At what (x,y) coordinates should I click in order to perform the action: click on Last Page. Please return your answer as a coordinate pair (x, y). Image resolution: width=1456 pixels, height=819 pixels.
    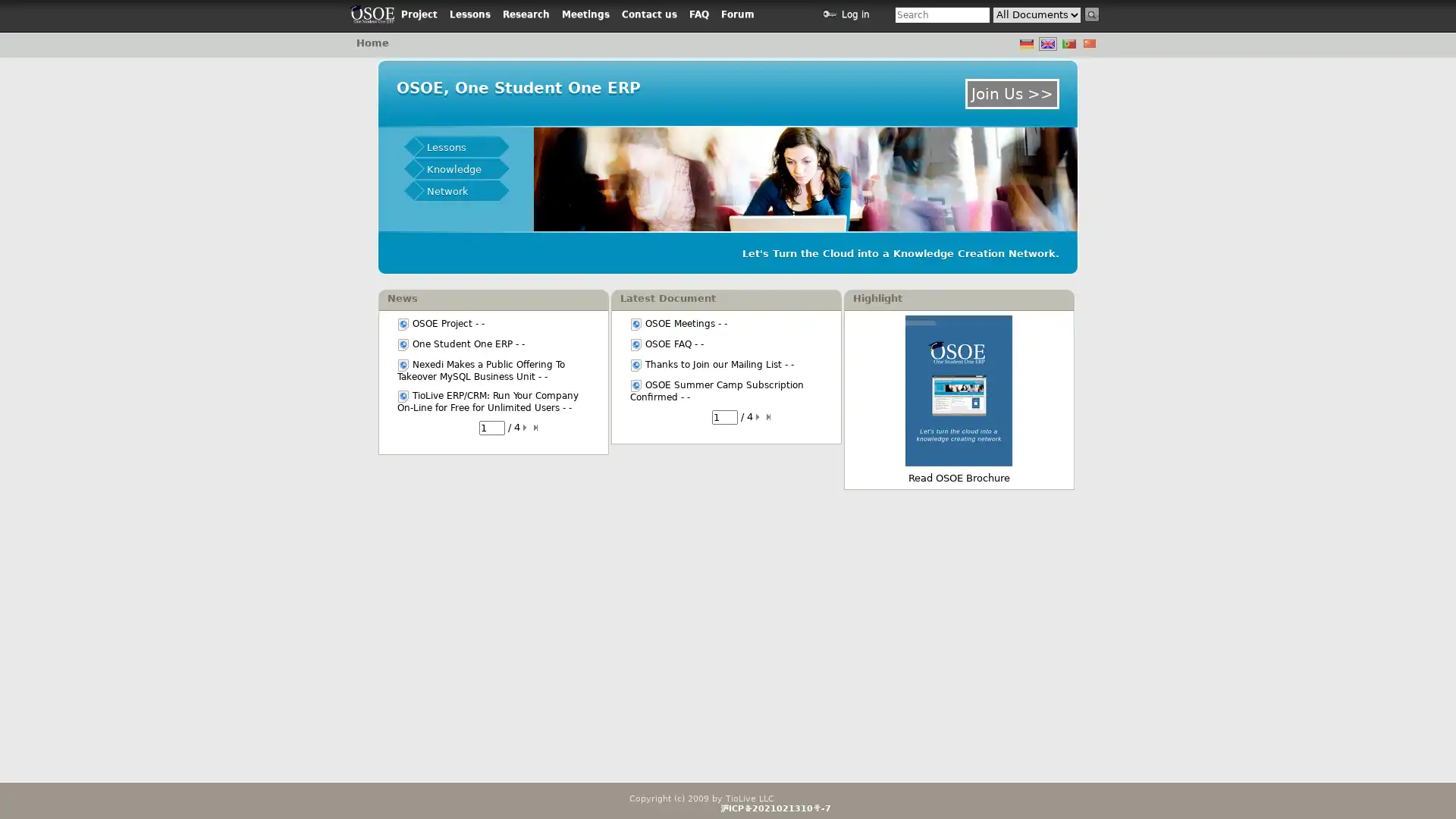
    Looking at the image, I should click on (769, 417).